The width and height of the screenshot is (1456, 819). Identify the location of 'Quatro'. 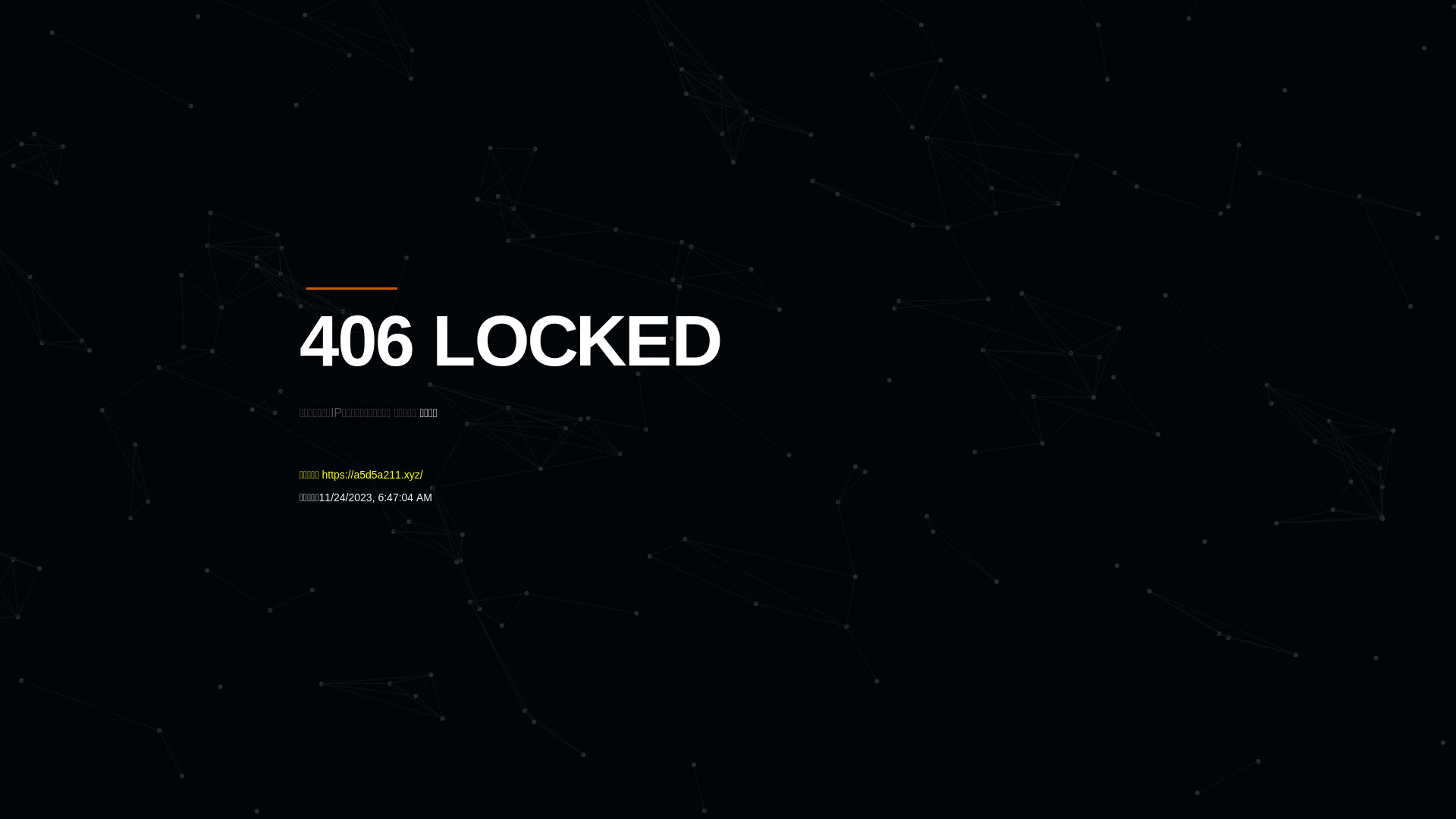
(411, 86).